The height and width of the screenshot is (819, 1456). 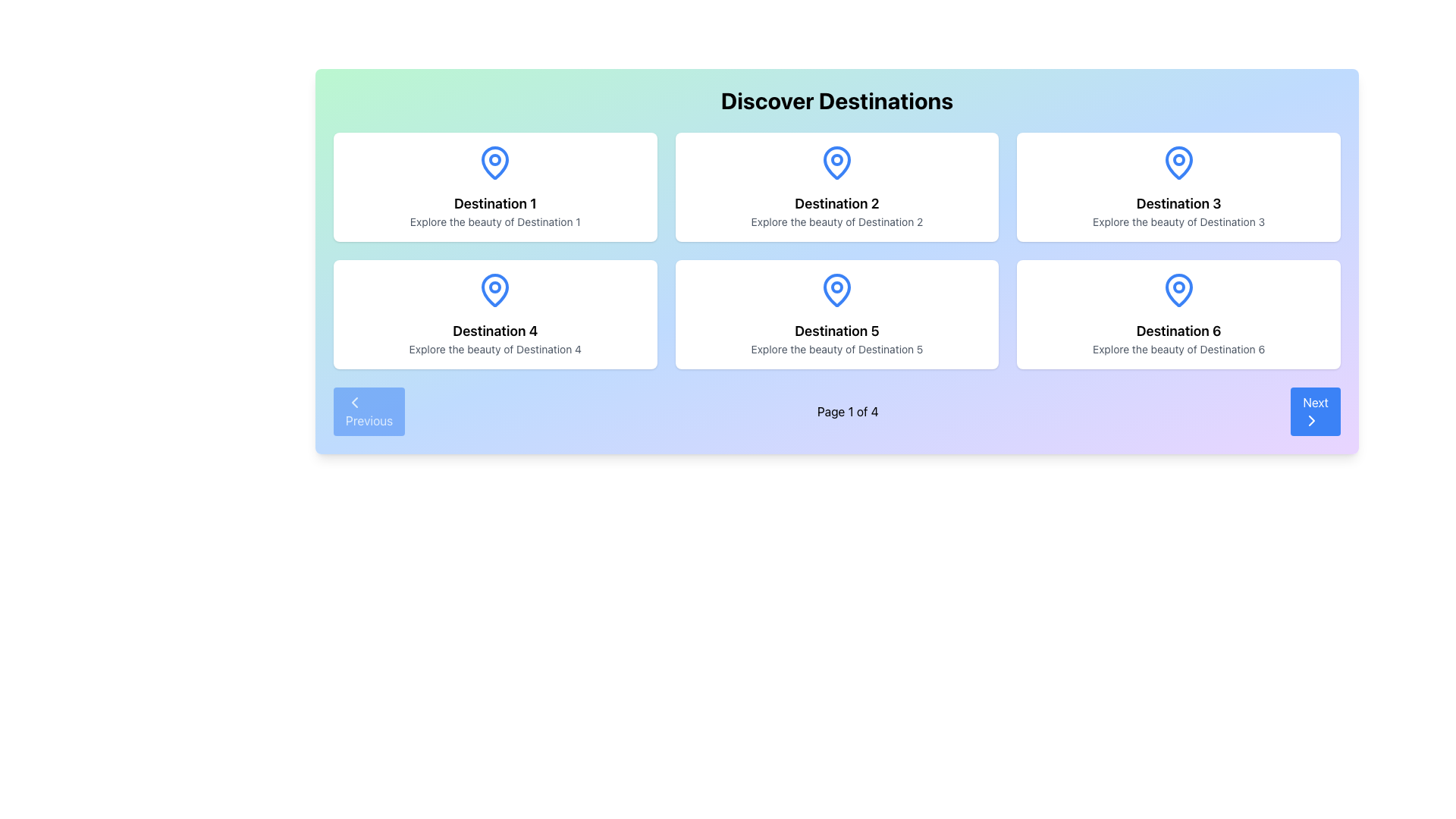 I want to click on the navigation button located at the bottom-right corner of the layout, so click(x=1315, y=412).